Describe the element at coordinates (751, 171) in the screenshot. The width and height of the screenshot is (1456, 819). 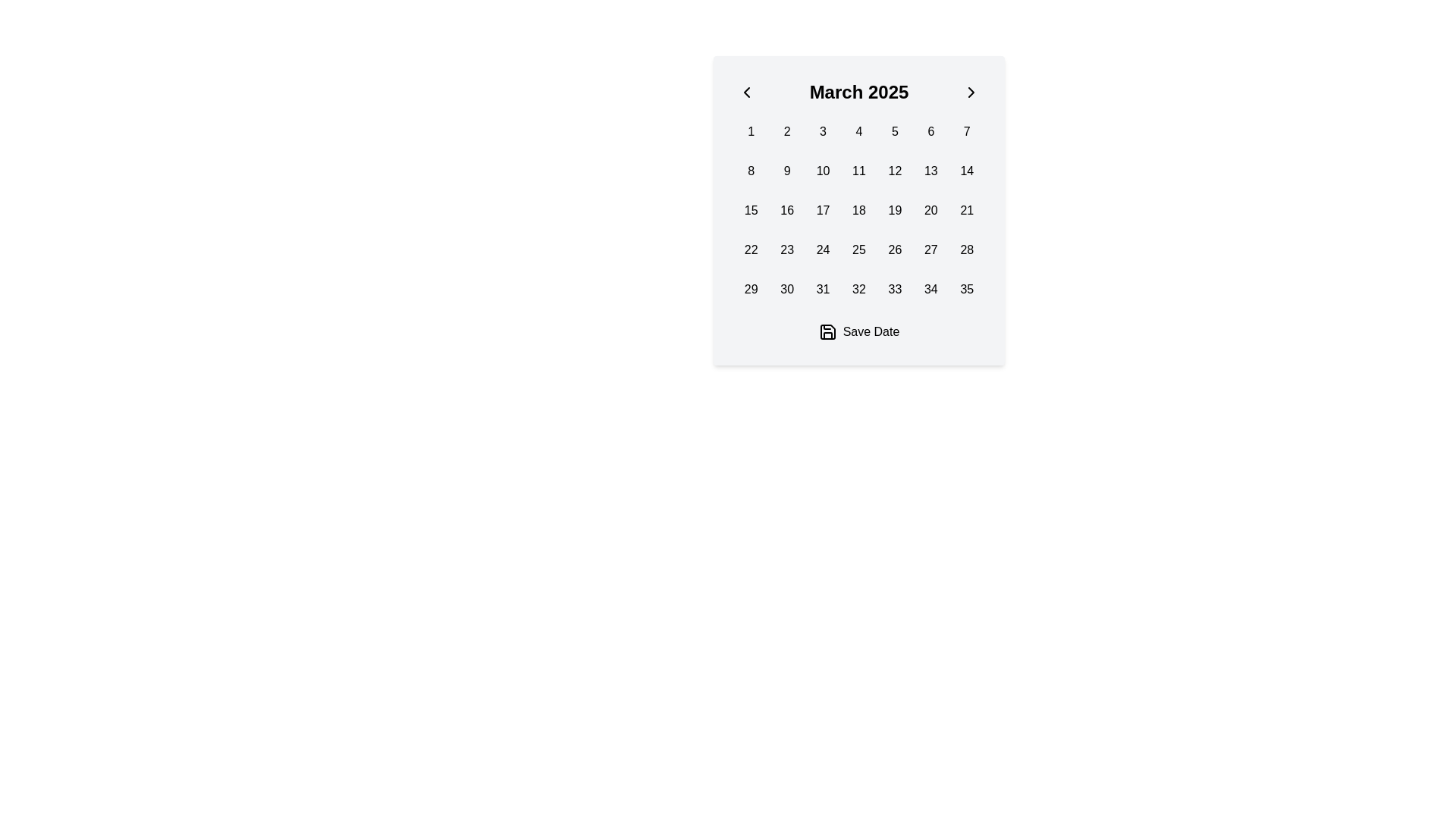
I see `the button displaying the single-digit number '8' located in the second row, first column of the grid in the calendar component` at that location.